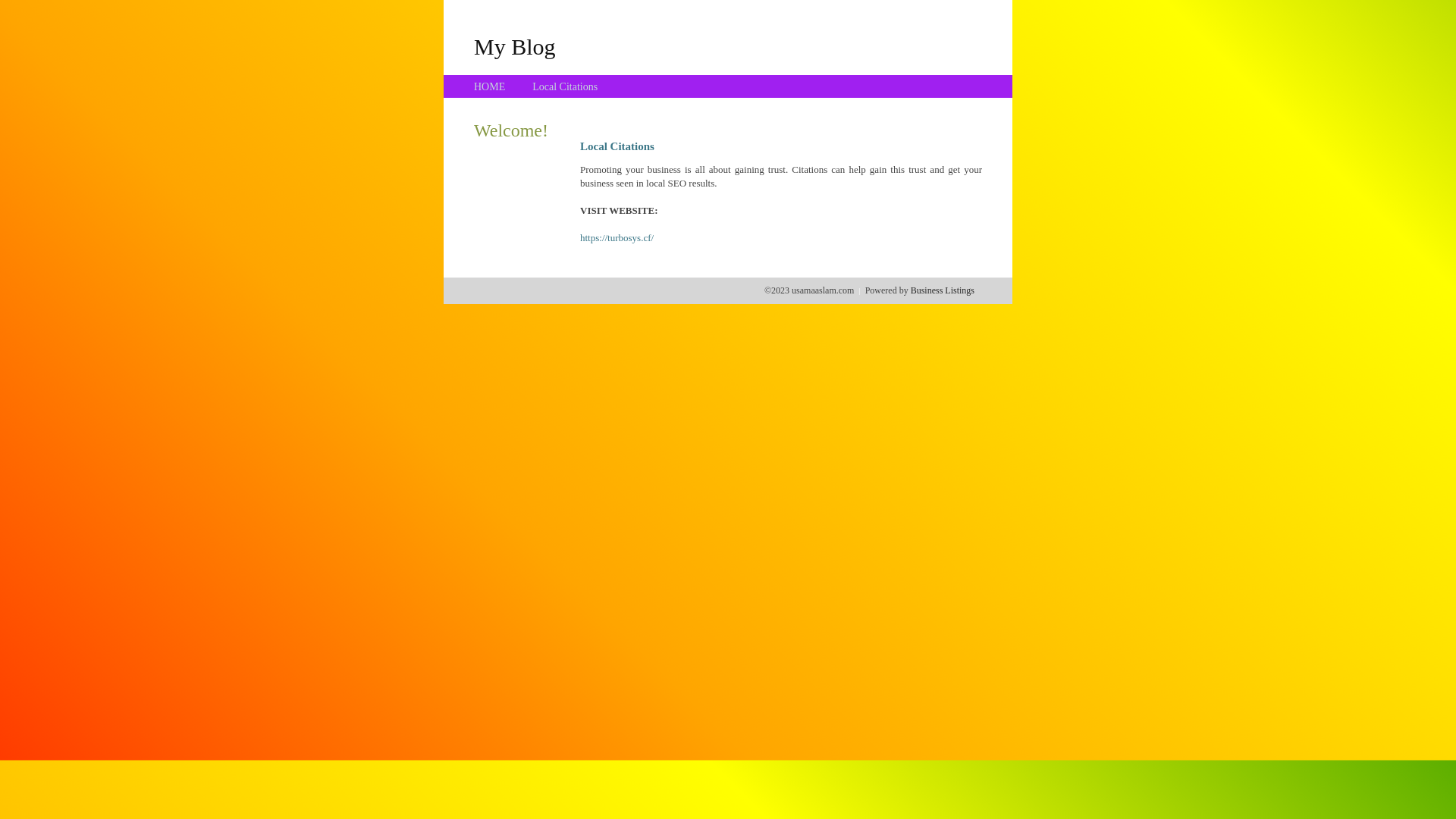 Image resolution: width=1456 pixels, height=819 pixels. What do you see at coordinates (617, 237) in the screenshot?
I see `'https://turbosys.cf/'` at bounding box center [617, 237].